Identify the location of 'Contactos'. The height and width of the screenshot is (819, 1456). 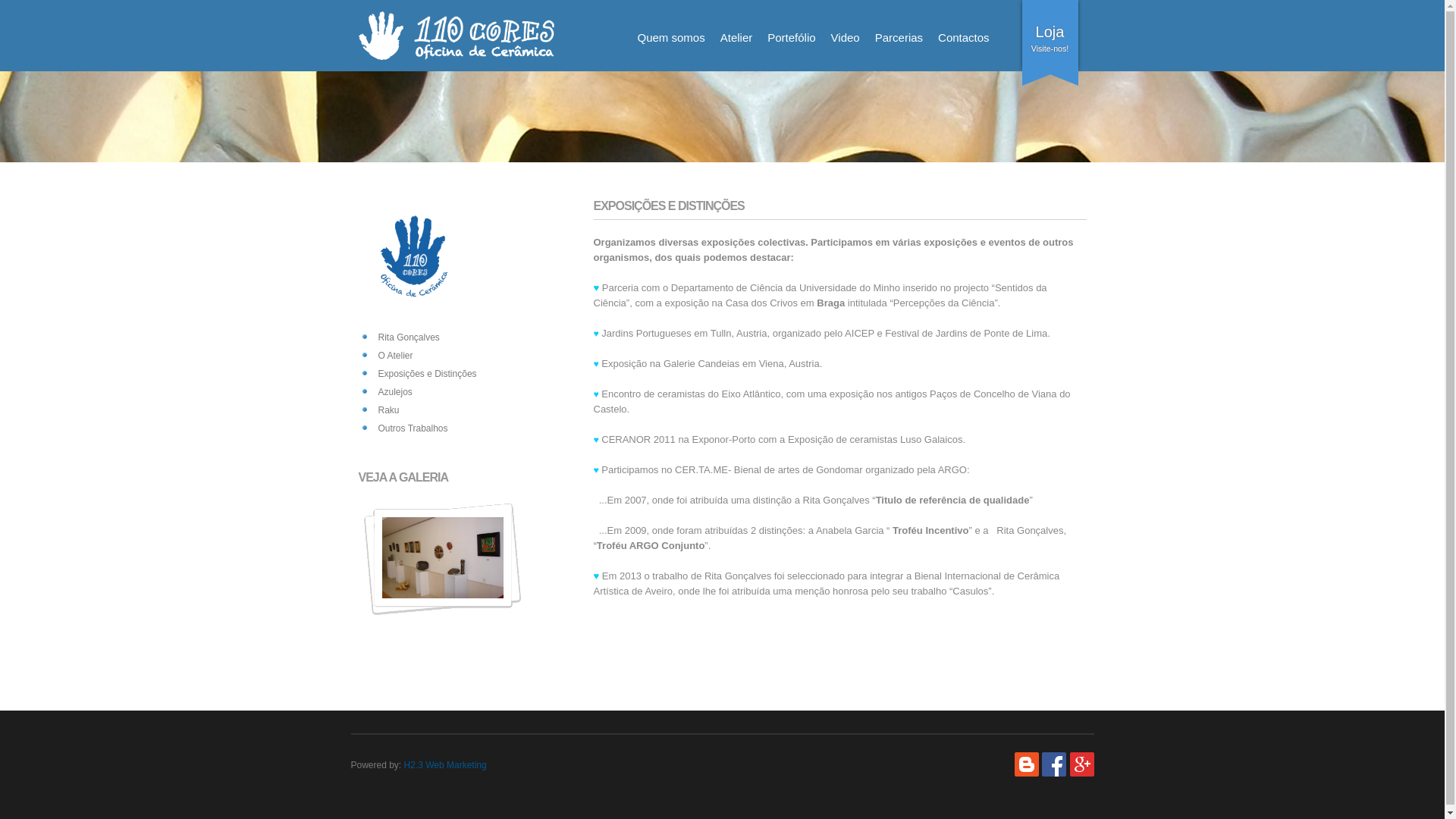
(963, 42).